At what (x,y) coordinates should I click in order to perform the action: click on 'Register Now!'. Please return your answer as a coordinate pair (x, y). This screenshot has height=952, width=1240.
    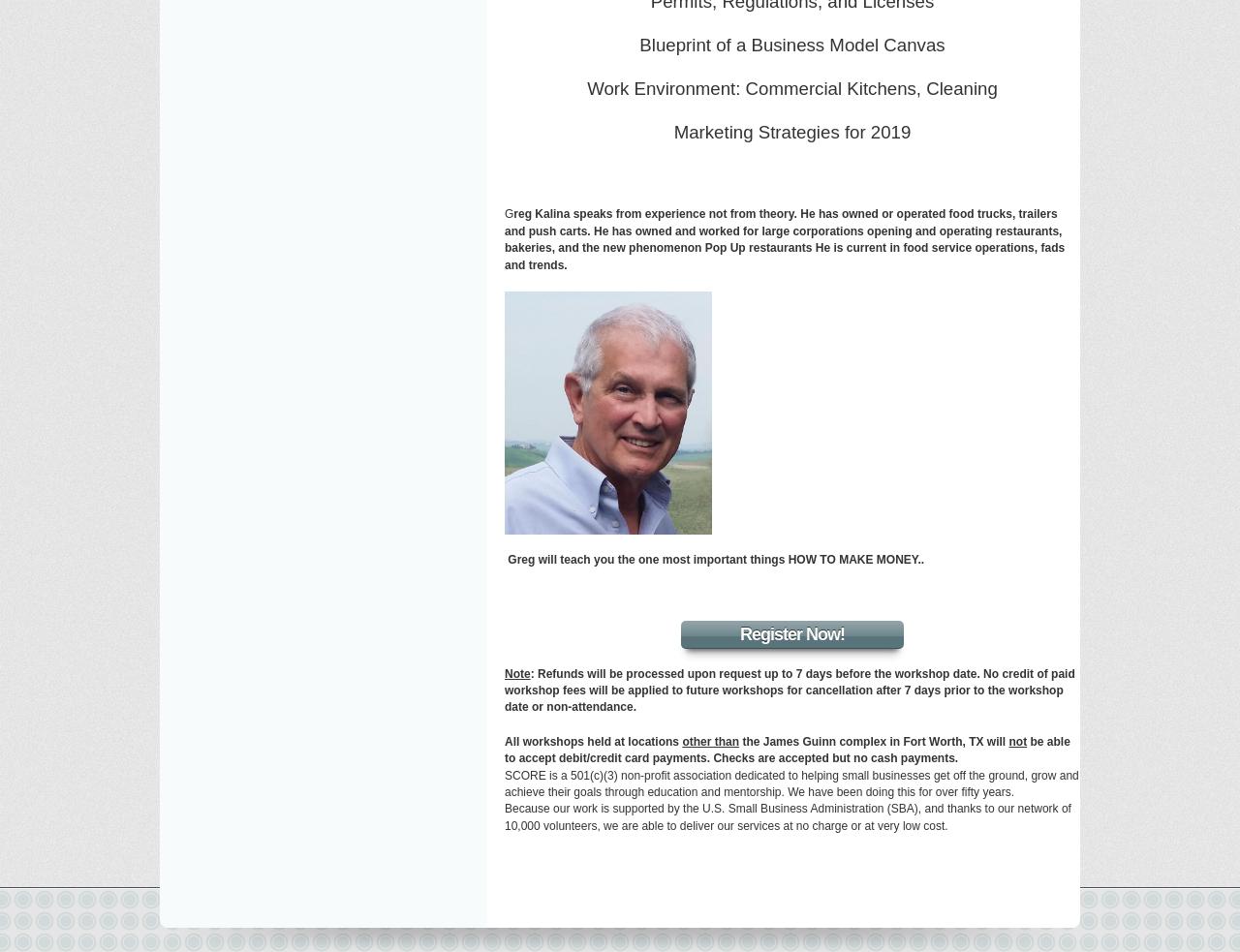
    Looking at the image, I should click on (738, 632).